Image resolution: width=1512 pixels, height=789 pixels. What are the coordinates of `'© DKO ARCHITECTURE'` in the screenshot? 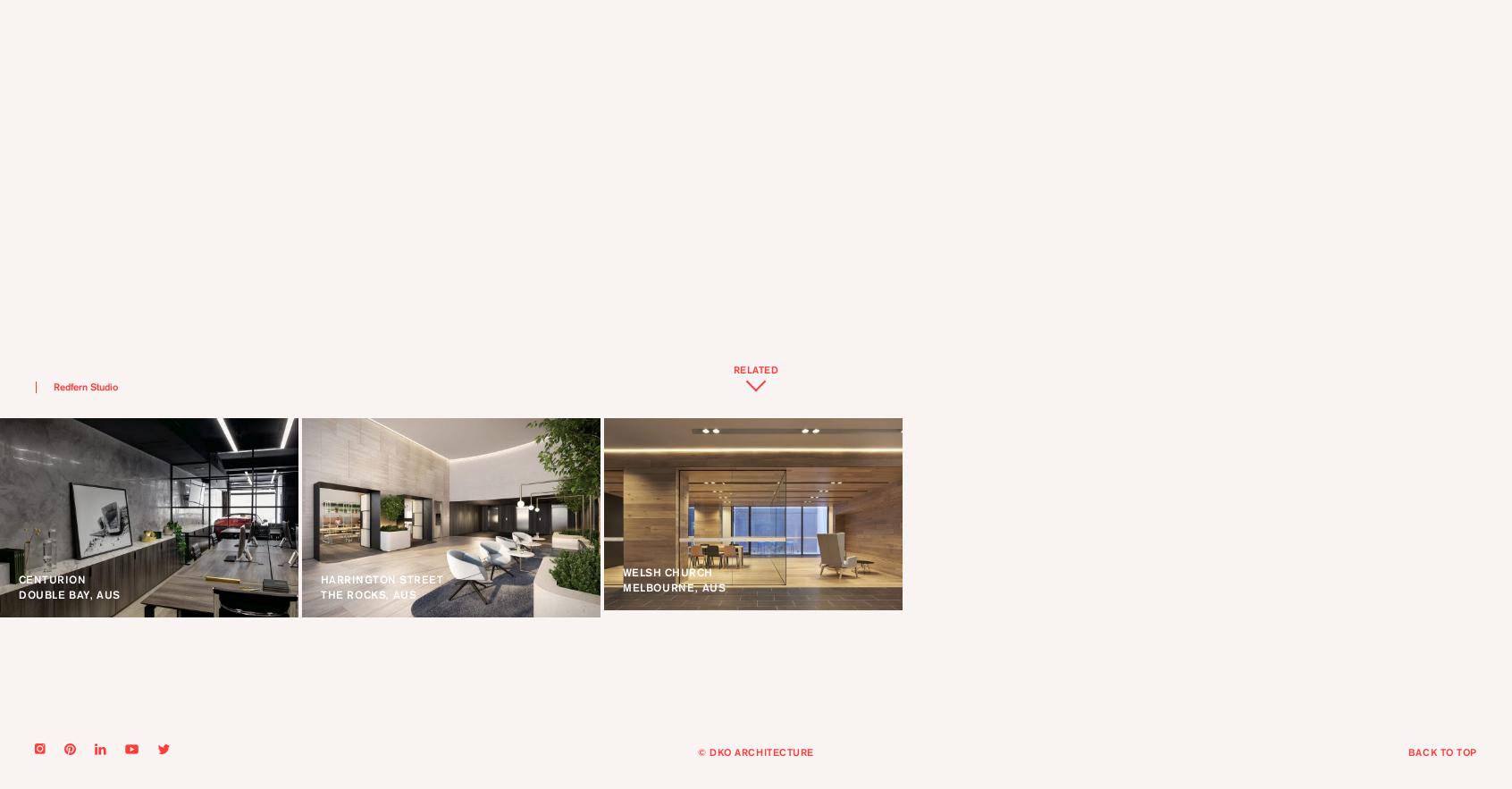 It's located at (755, 752).